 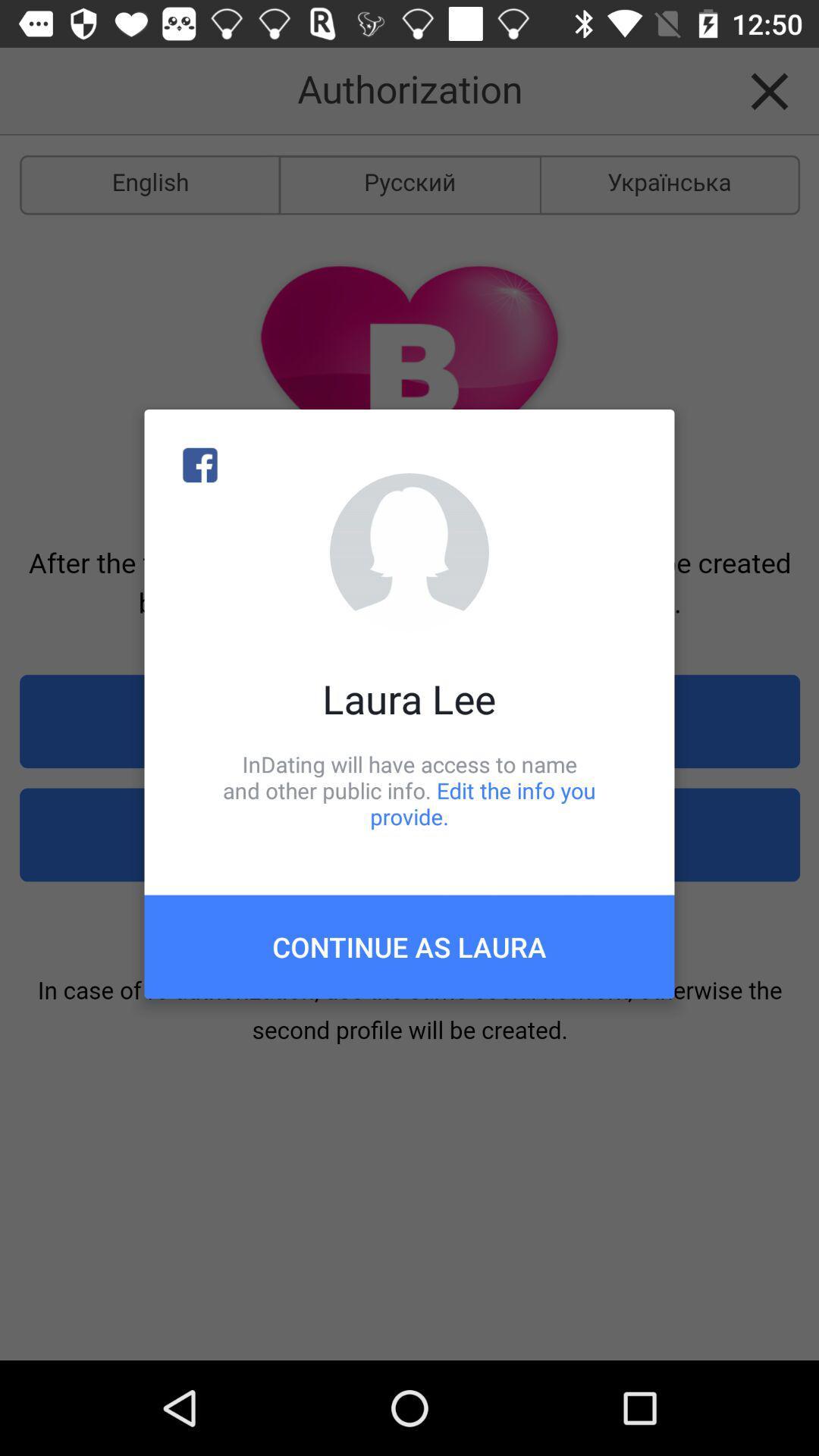 I want to click on the continue as laura, so click(x=409, y=946).